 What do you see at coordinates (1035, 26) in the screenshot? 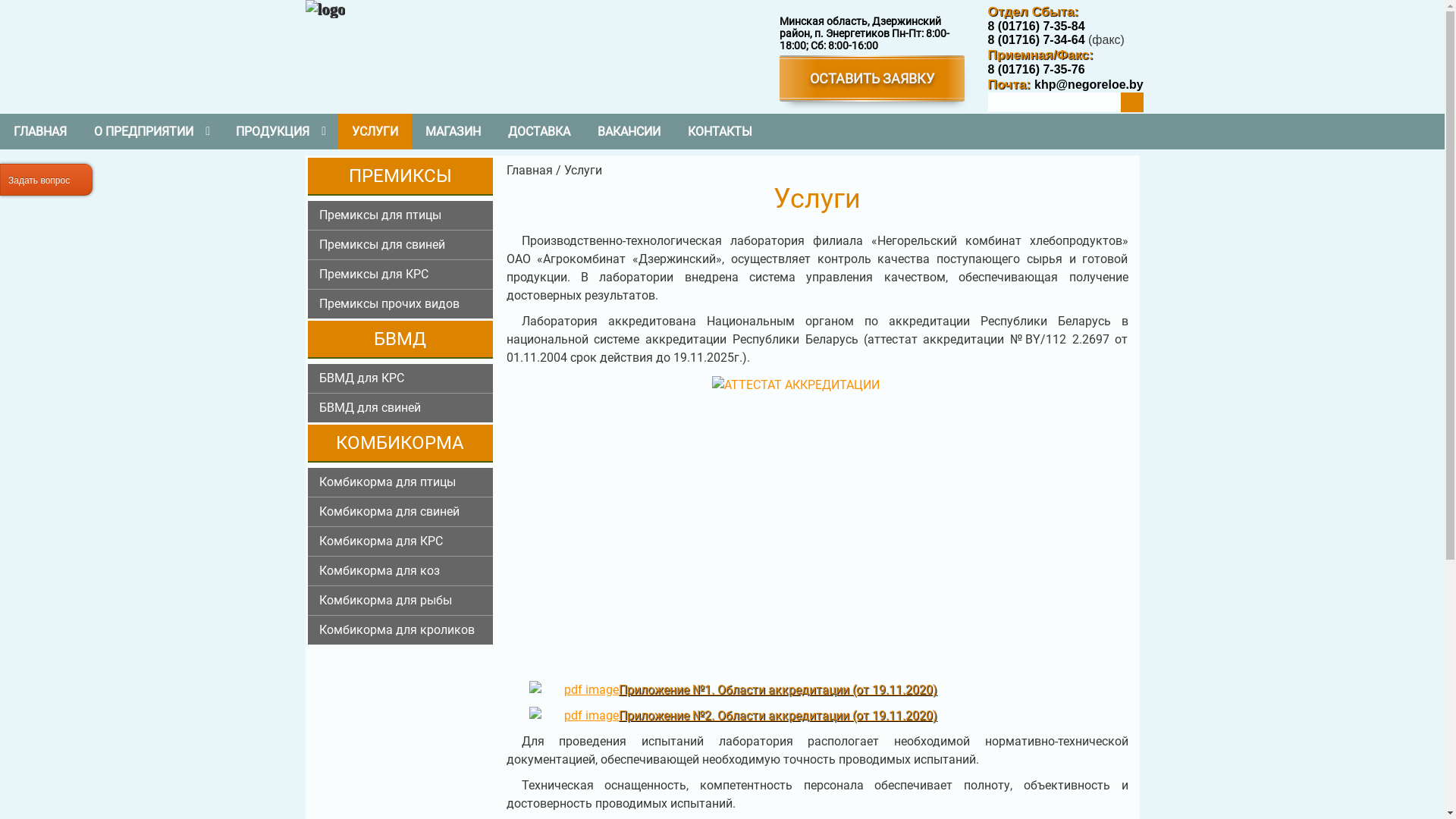
I see `'8 (01716) 7-35-84'` at bounding box center [1035, 26].